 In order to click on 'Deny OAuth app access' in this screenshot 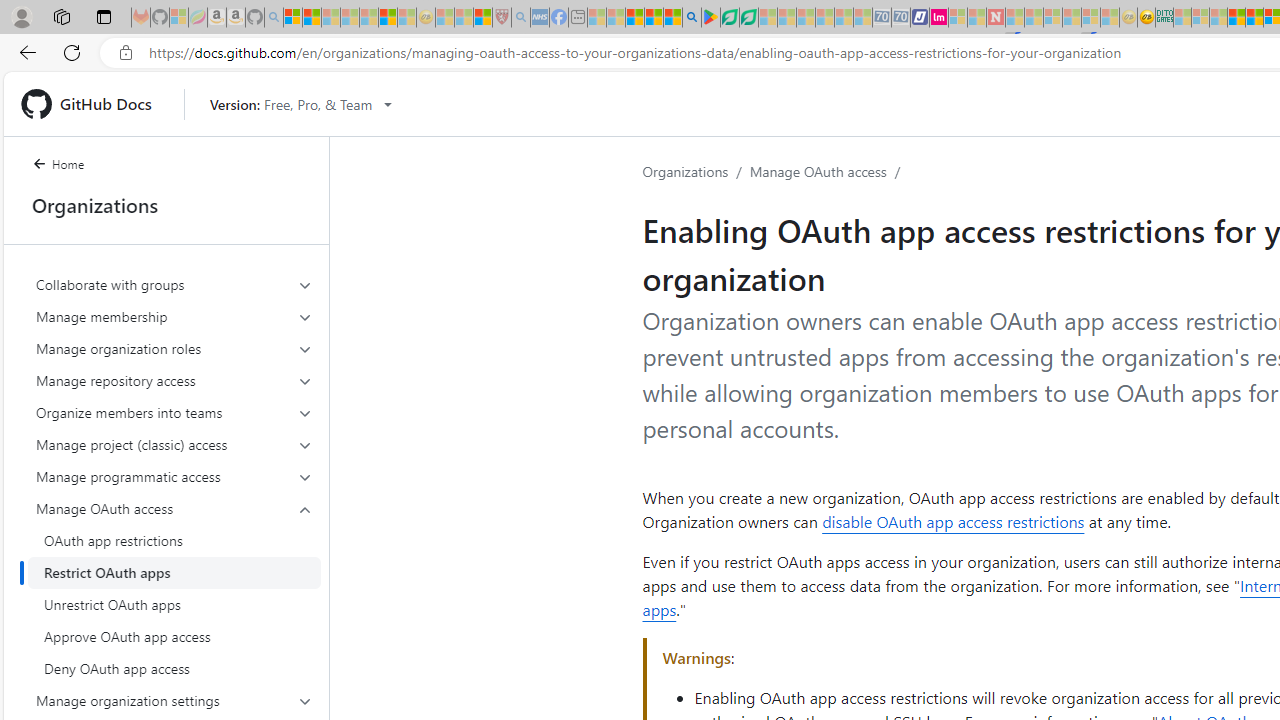, I will do `click(174, 668)`.